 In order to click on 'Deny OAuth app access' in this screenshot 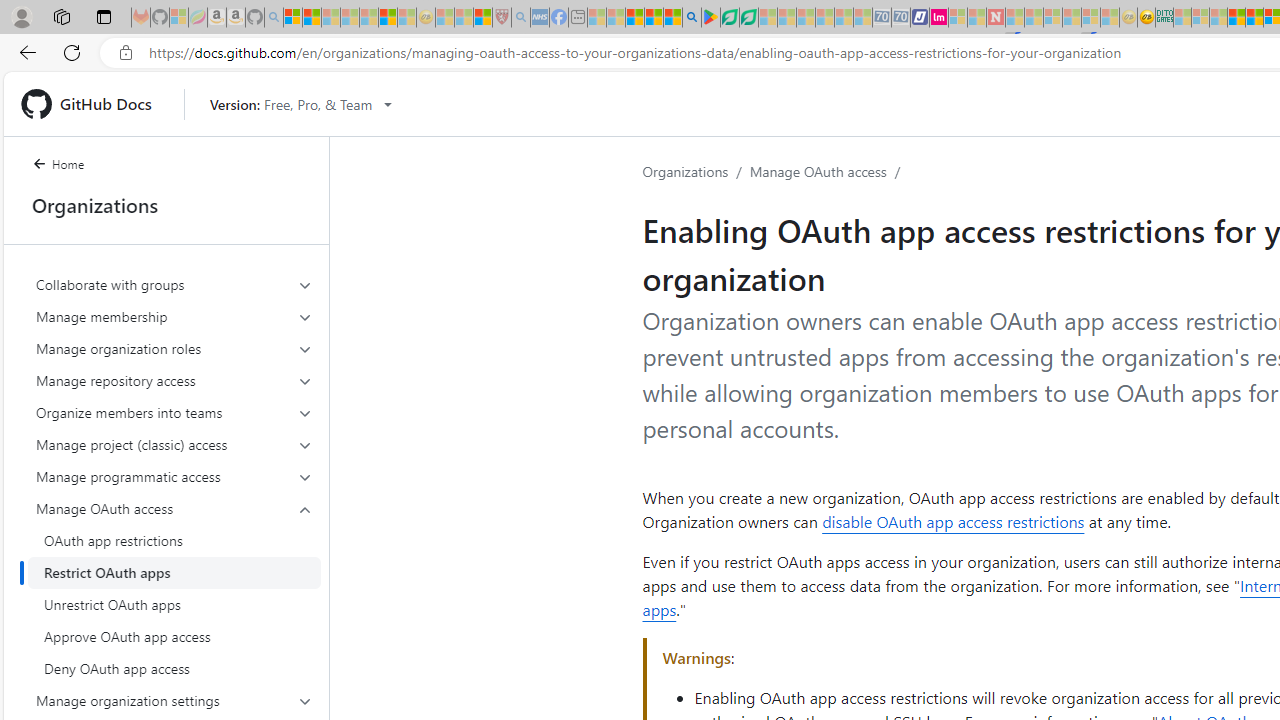, I will do `click(174, 668)`.